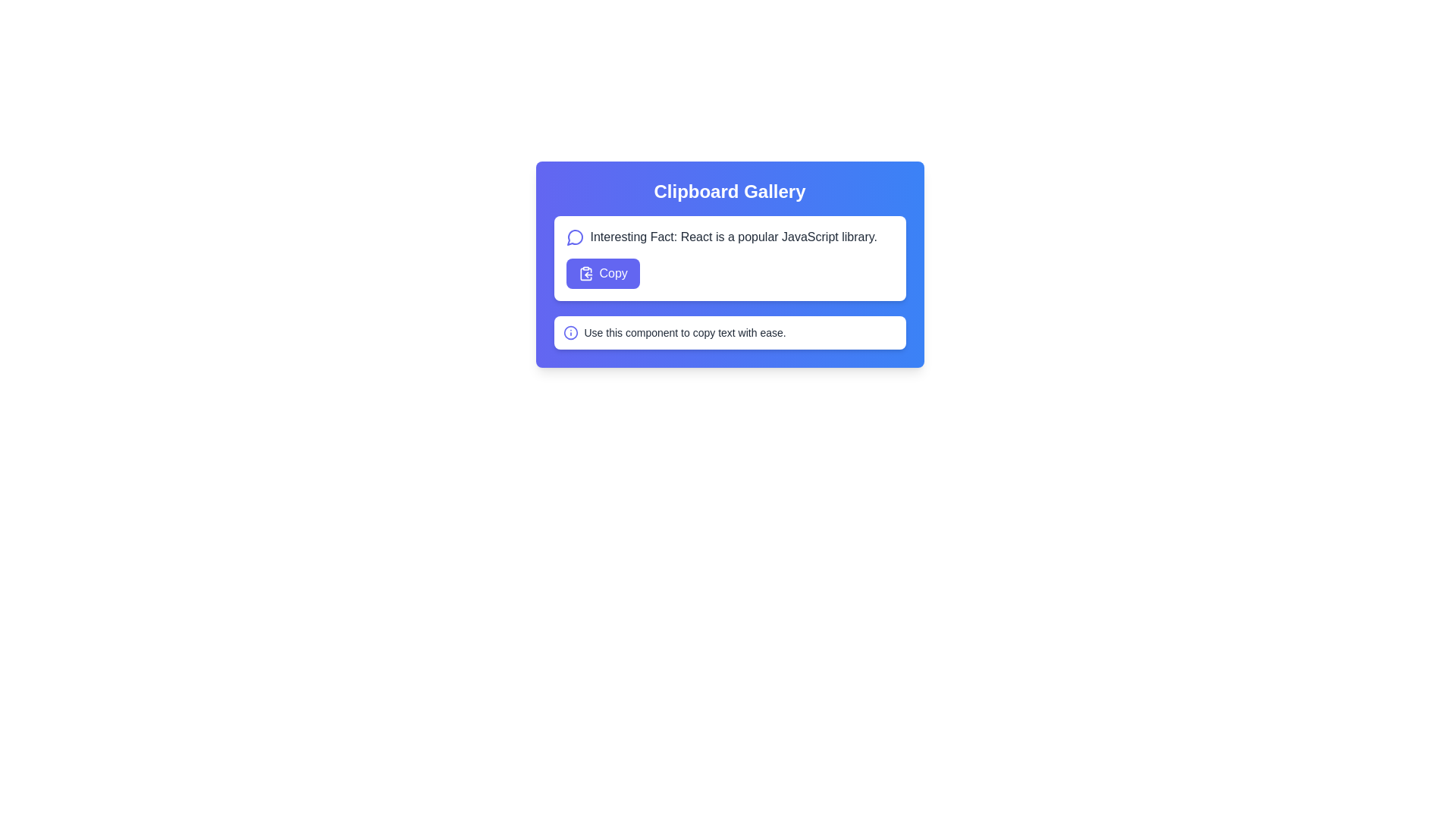 This screenshot has width=1456, height=819. Describe the element at coordinates (602, 274) in the screenshot. I see `the 'Copy' button with an indigo background and clipboard icon` at that location.